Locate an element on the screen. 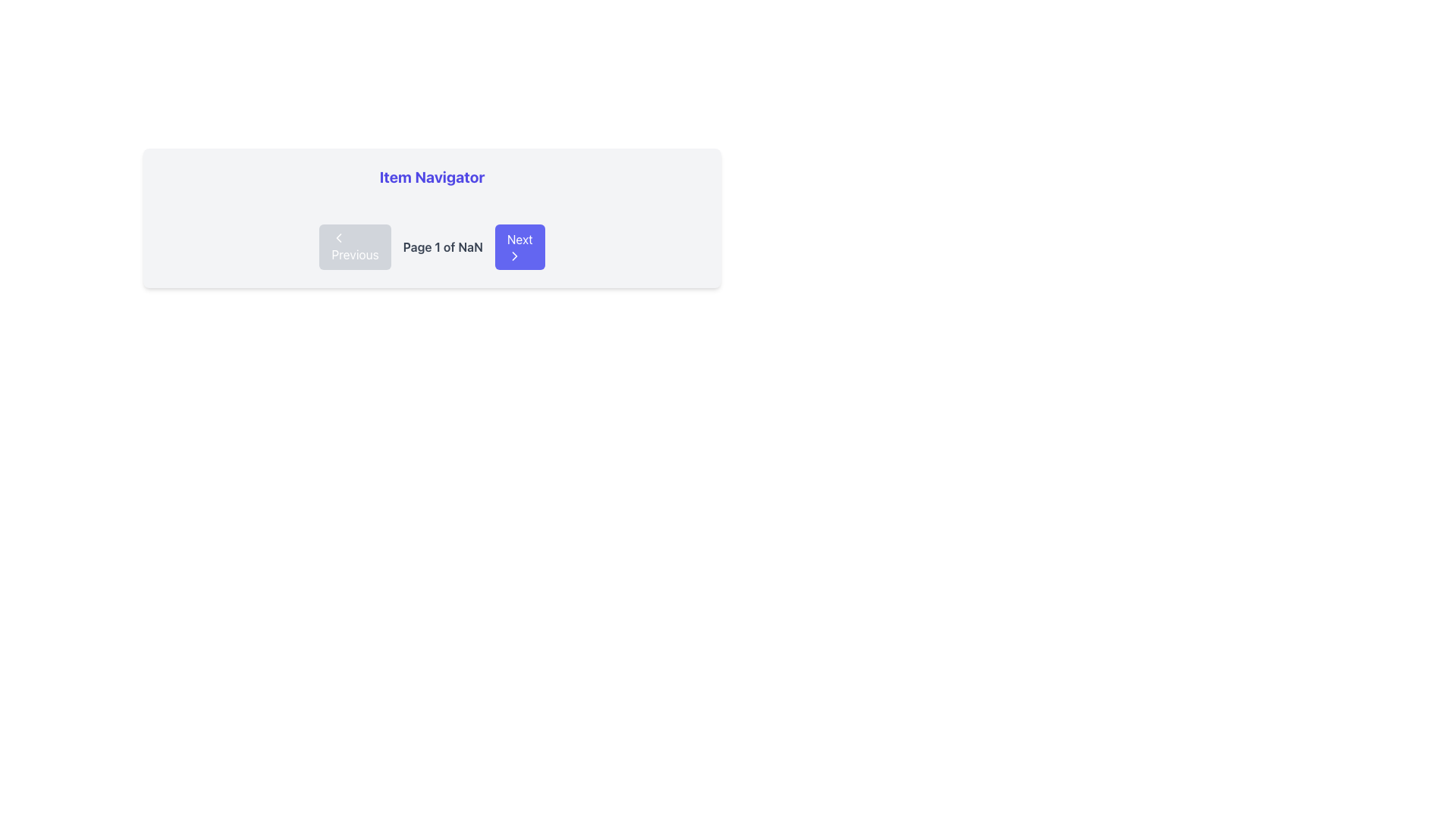  the 'Previous' navigational button is located at coordinates (354, 246).